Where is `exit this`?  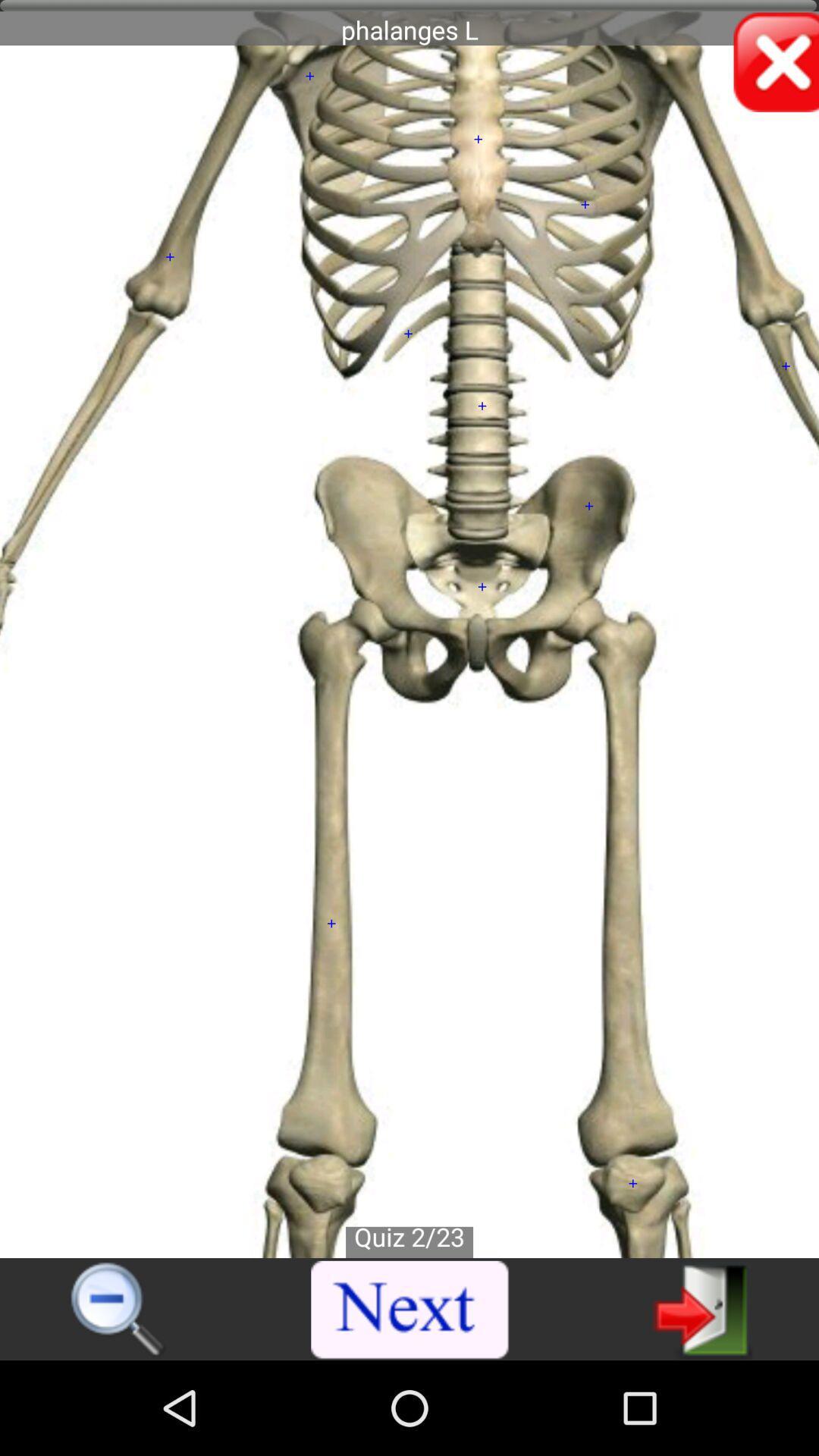 exit this is located at coordinates (702, 1308).